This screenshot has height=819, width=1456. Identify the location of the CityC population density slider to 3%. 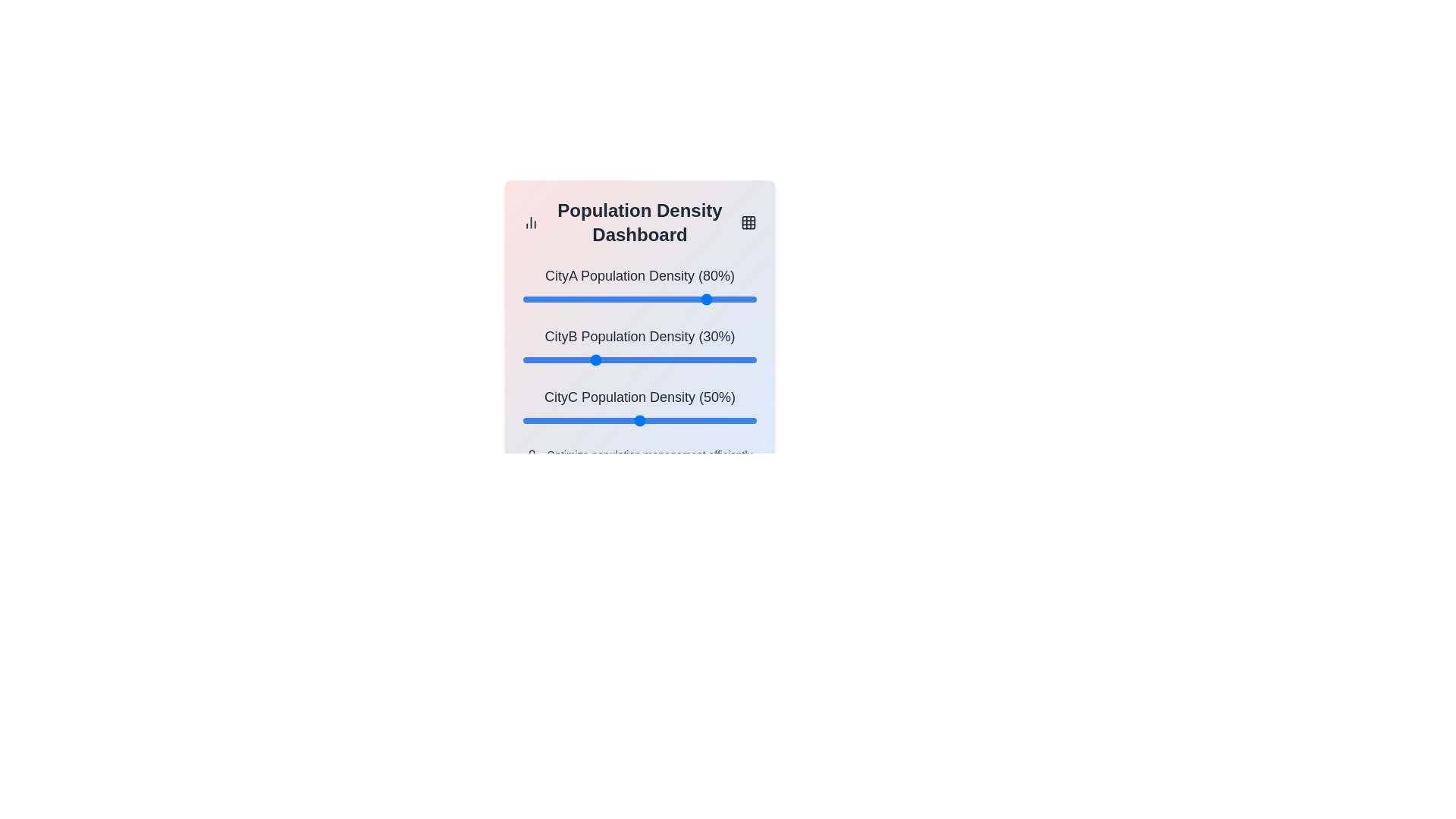
(530, 421).